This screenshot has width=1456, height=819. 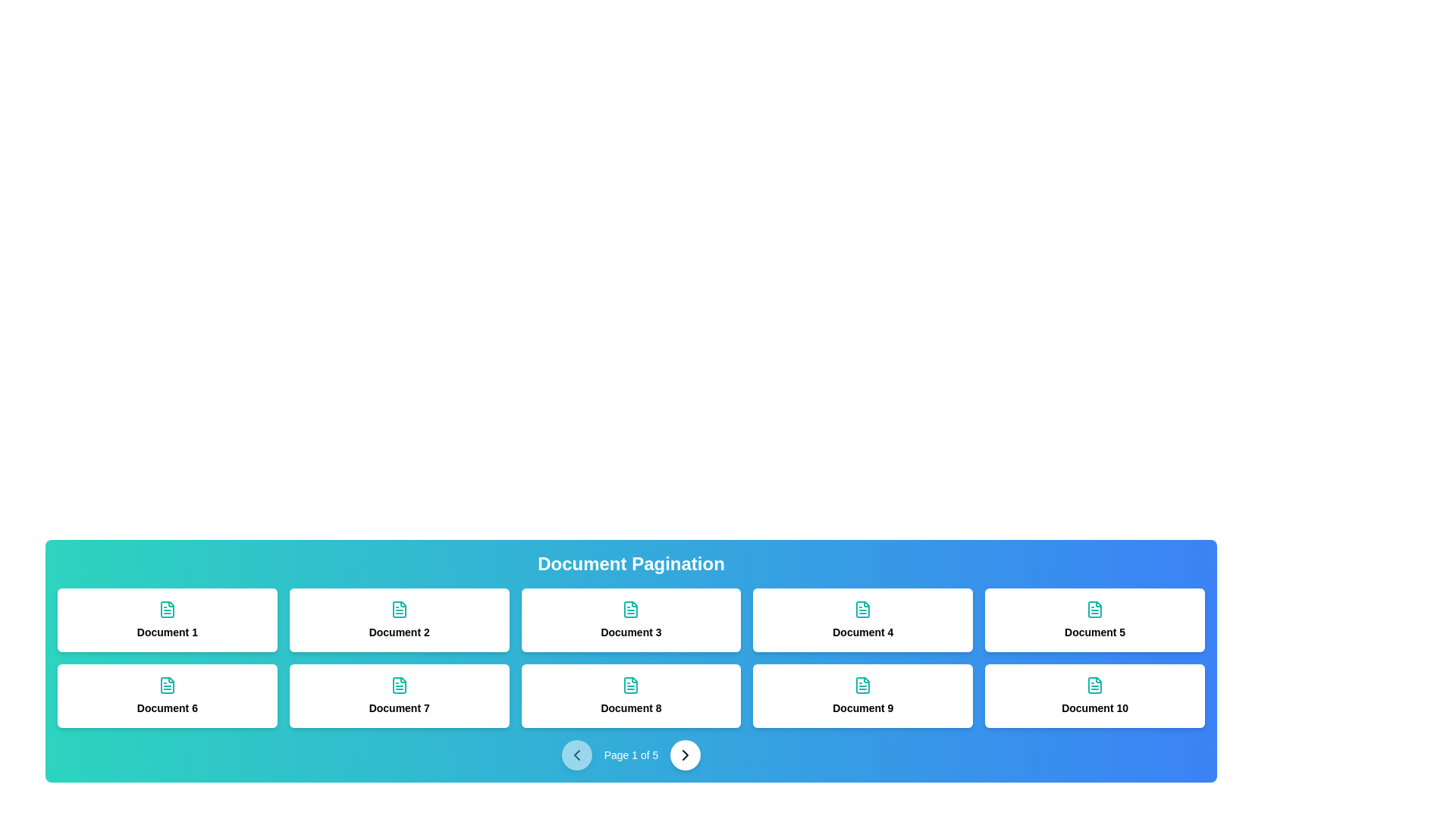 I want to click on the chevron-shaped right-facing arrow icon embedded in the pagination controls, so click(x=685, y=755).